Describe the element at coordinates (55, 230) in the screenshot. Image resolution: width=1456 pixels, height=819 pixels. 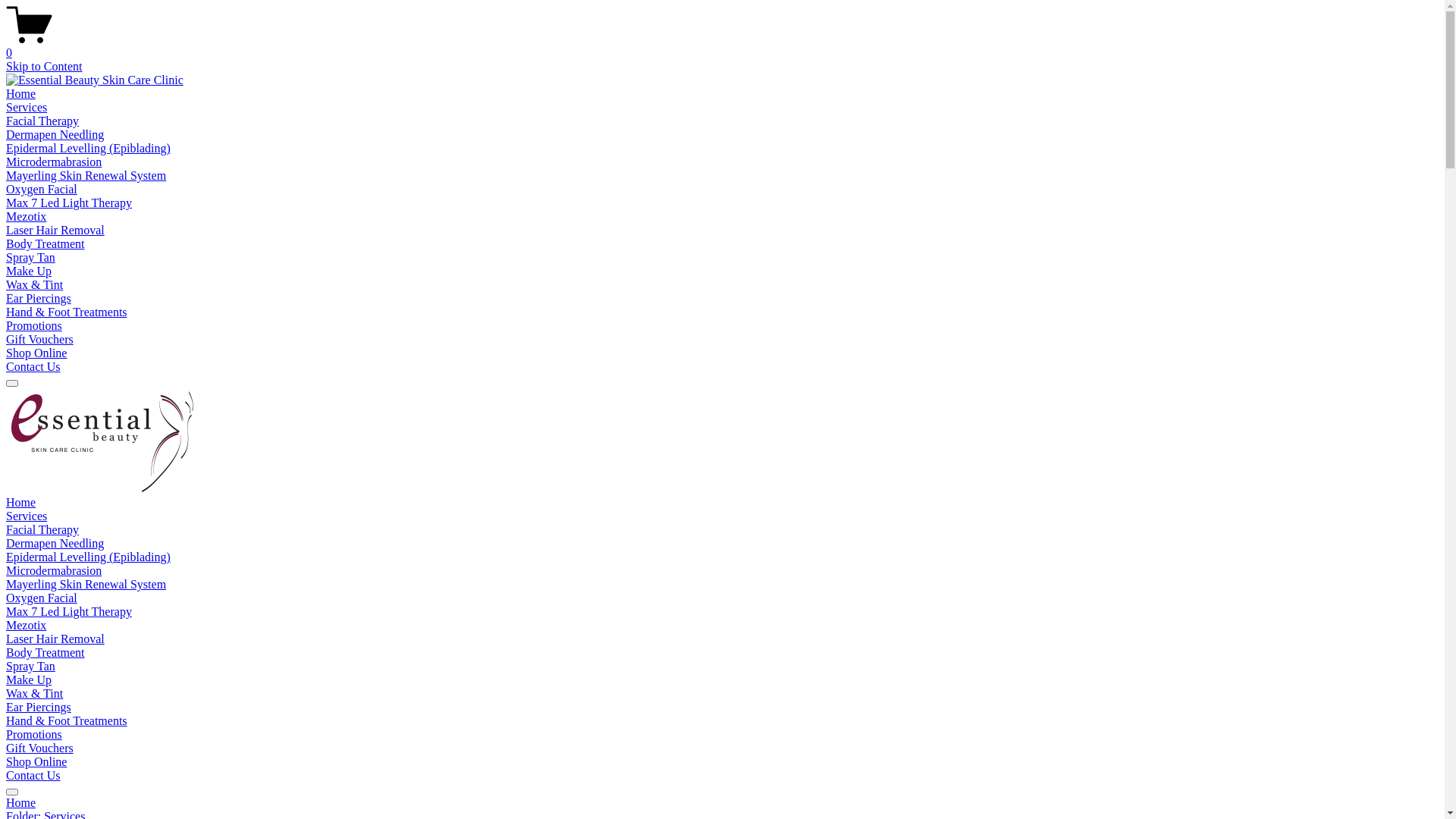
I see `'Laser Hair Removal'` at that location.